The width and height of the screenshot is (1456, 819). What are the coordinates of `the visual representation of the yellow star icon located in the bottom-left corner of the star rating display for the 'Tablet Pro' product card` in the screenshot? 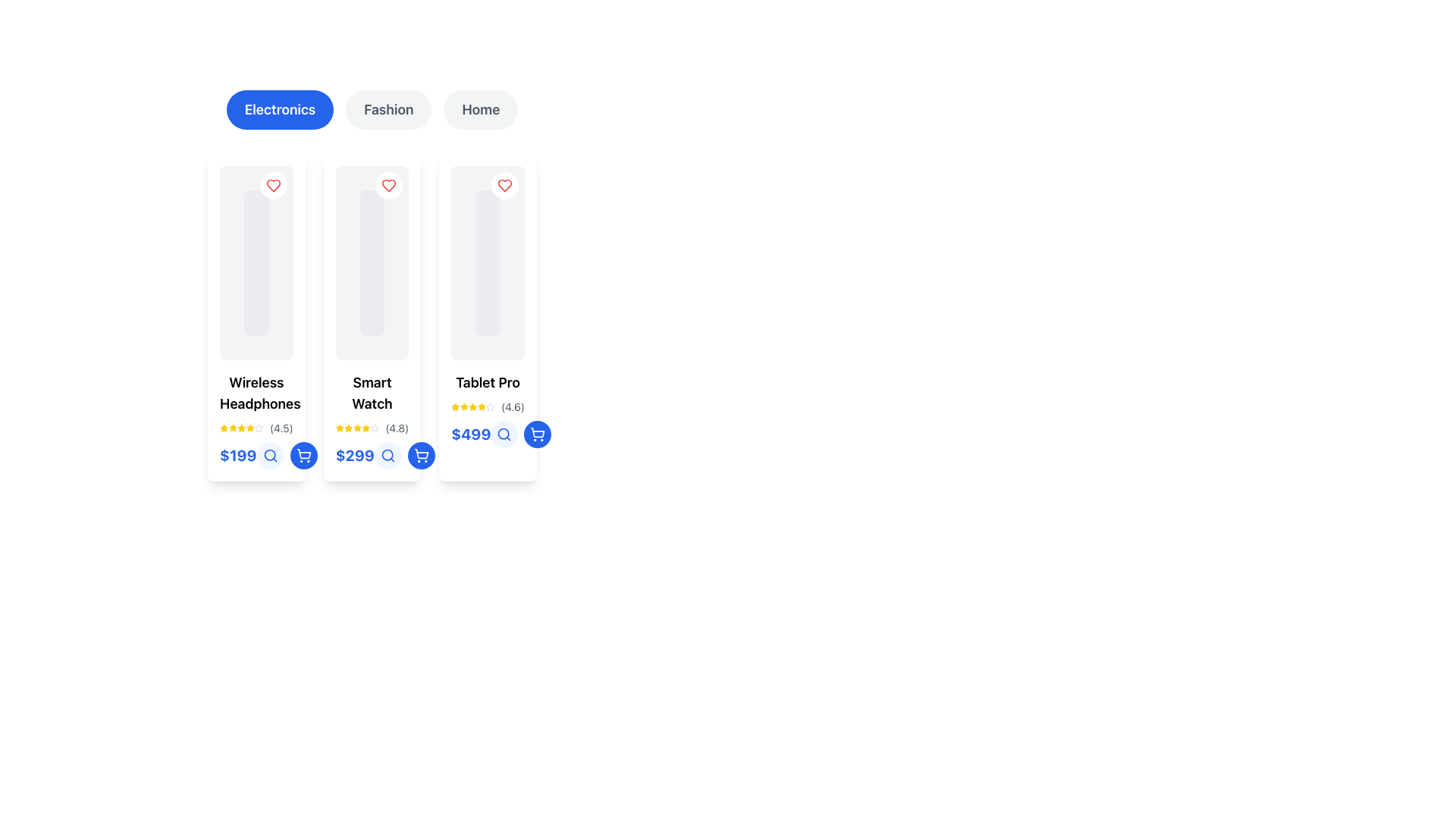 It's located at (481, 406).